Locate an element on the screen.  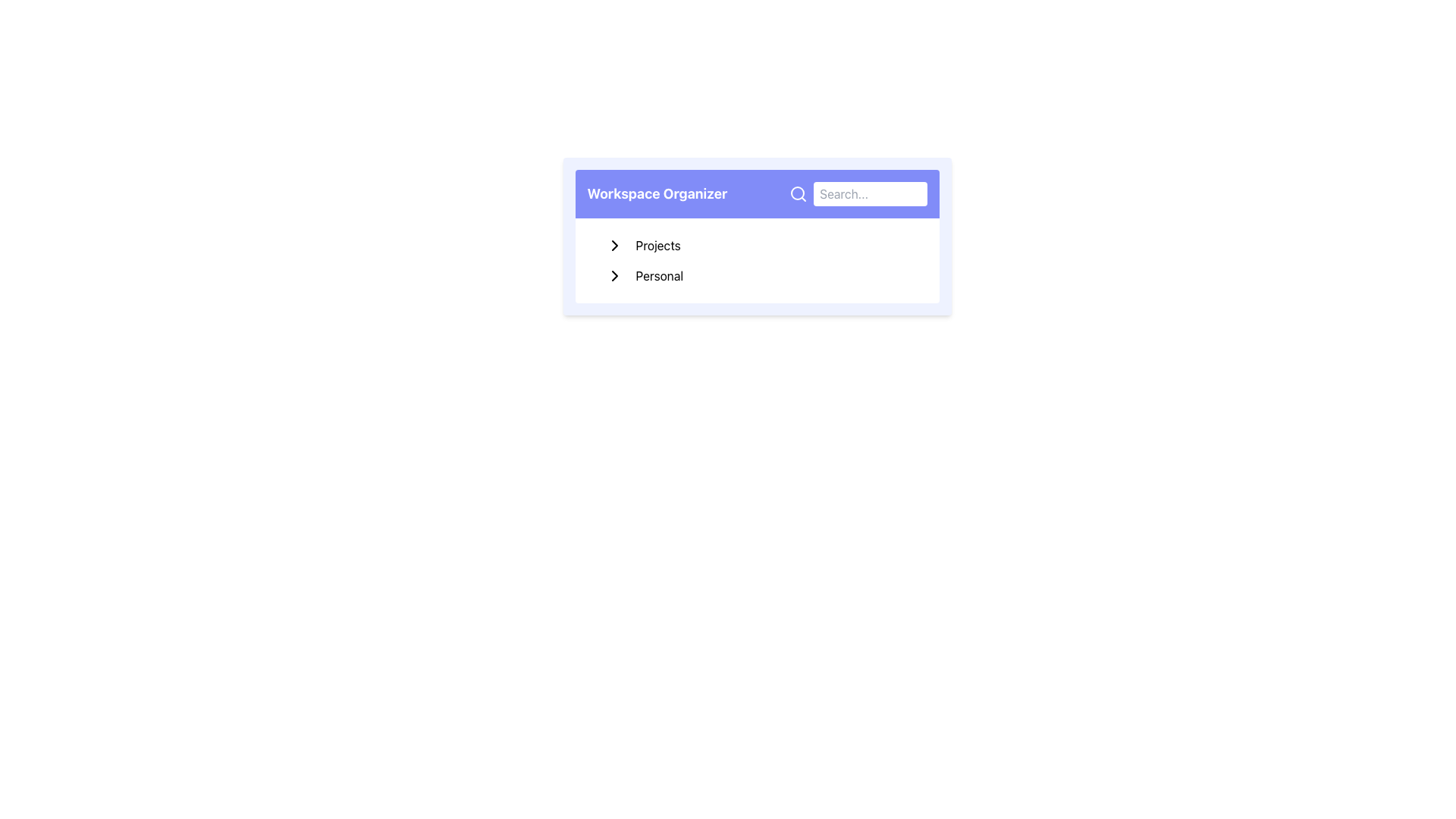
to select the 'Personal' category from the second item in the vertical list under 'Workspace Organizer' is located at coordinates (757, 275).